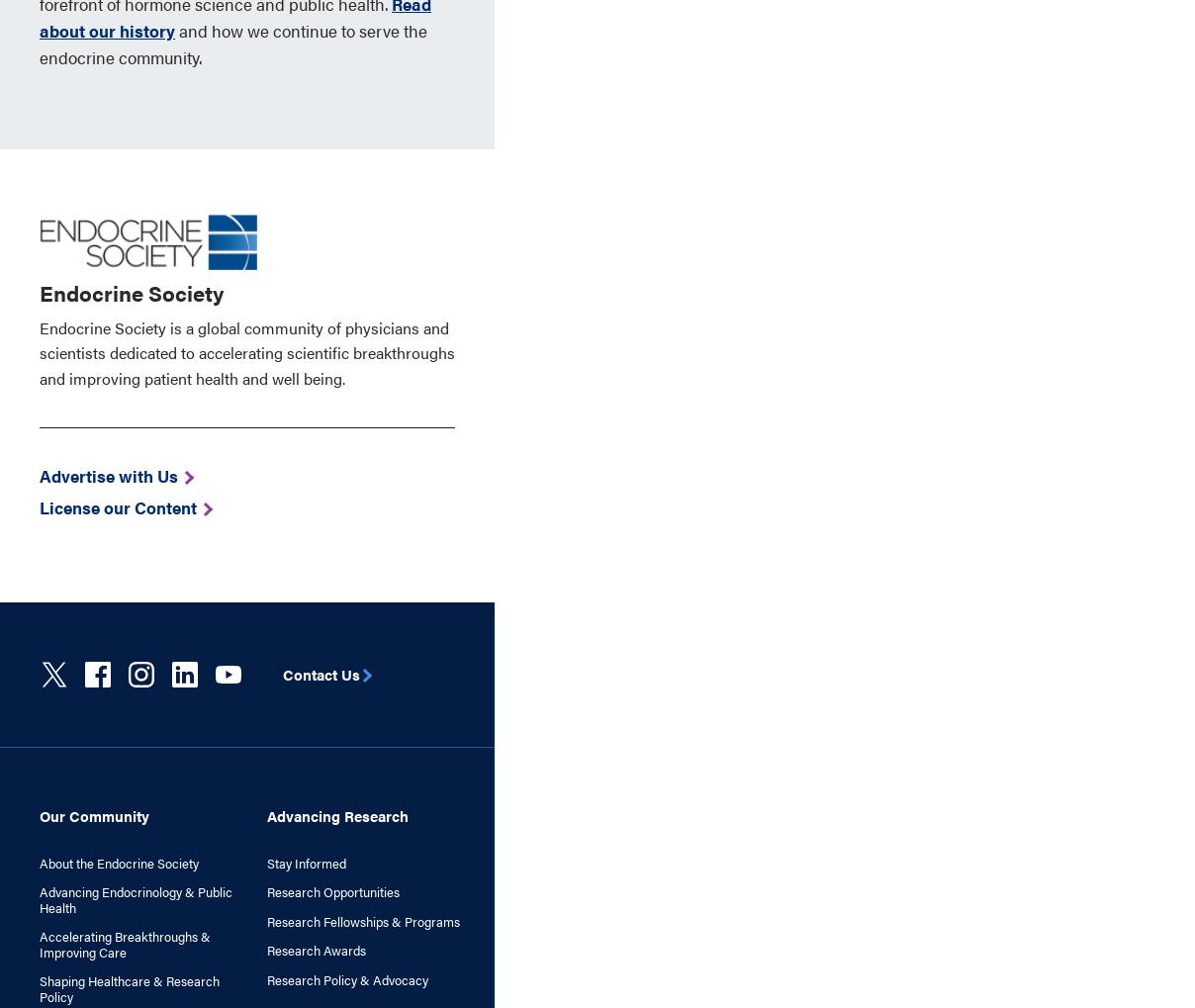 The image size is (1195, 1008). Describe the element at coordinates (247, 352) in the screenshot. I see `'Endocrine Society is a global community of physicians and scientists dedicated to accelerating scientific breakthroughs and improving patient health and well being.'` at that location.